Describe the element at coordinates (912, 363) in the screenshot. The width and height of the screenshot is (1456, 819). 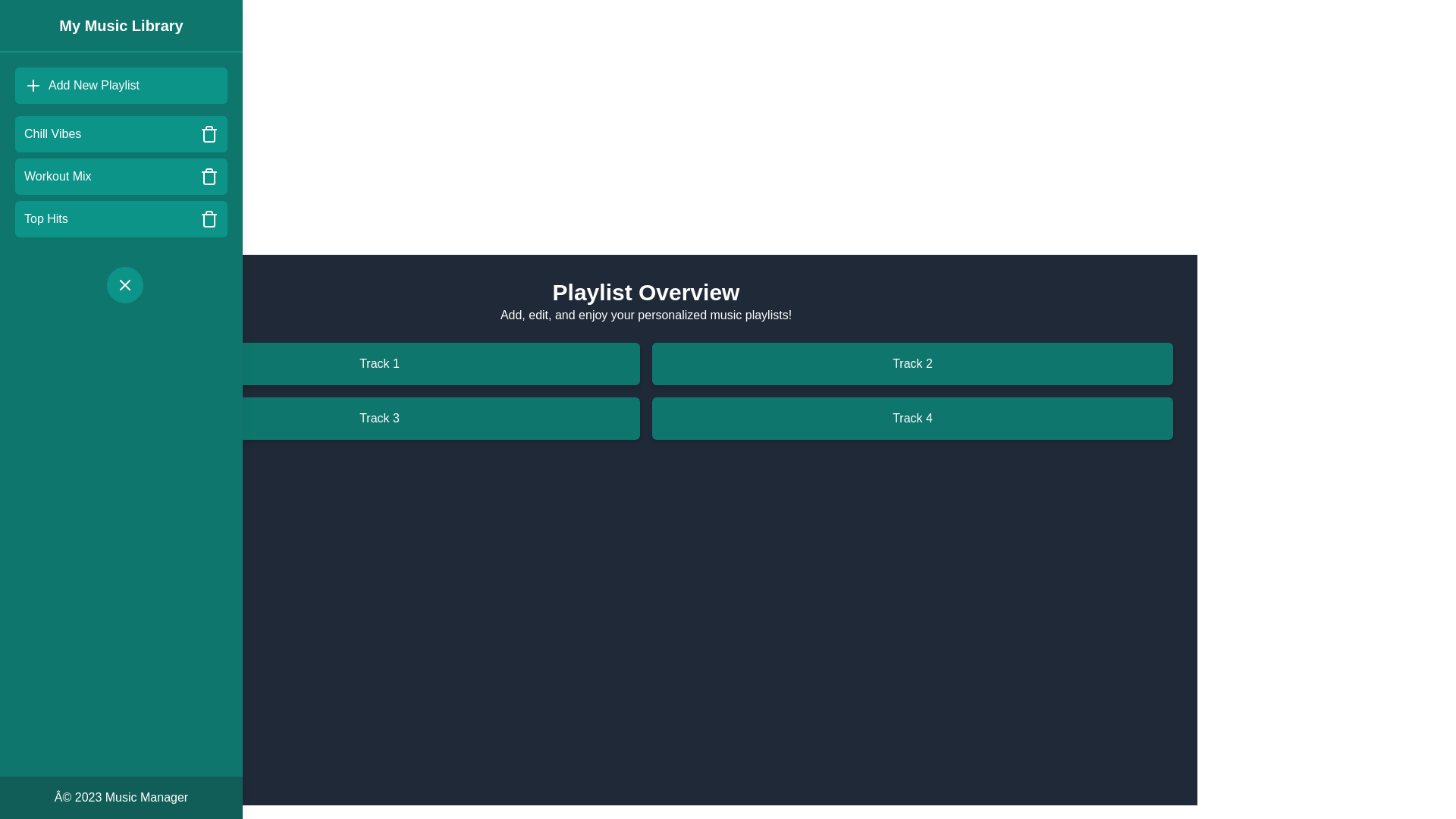
I see `the 'Track 2' button located in the Playlist Overview section, positioned in the top-right quadrant of a 2x2 grid layout` at that location.